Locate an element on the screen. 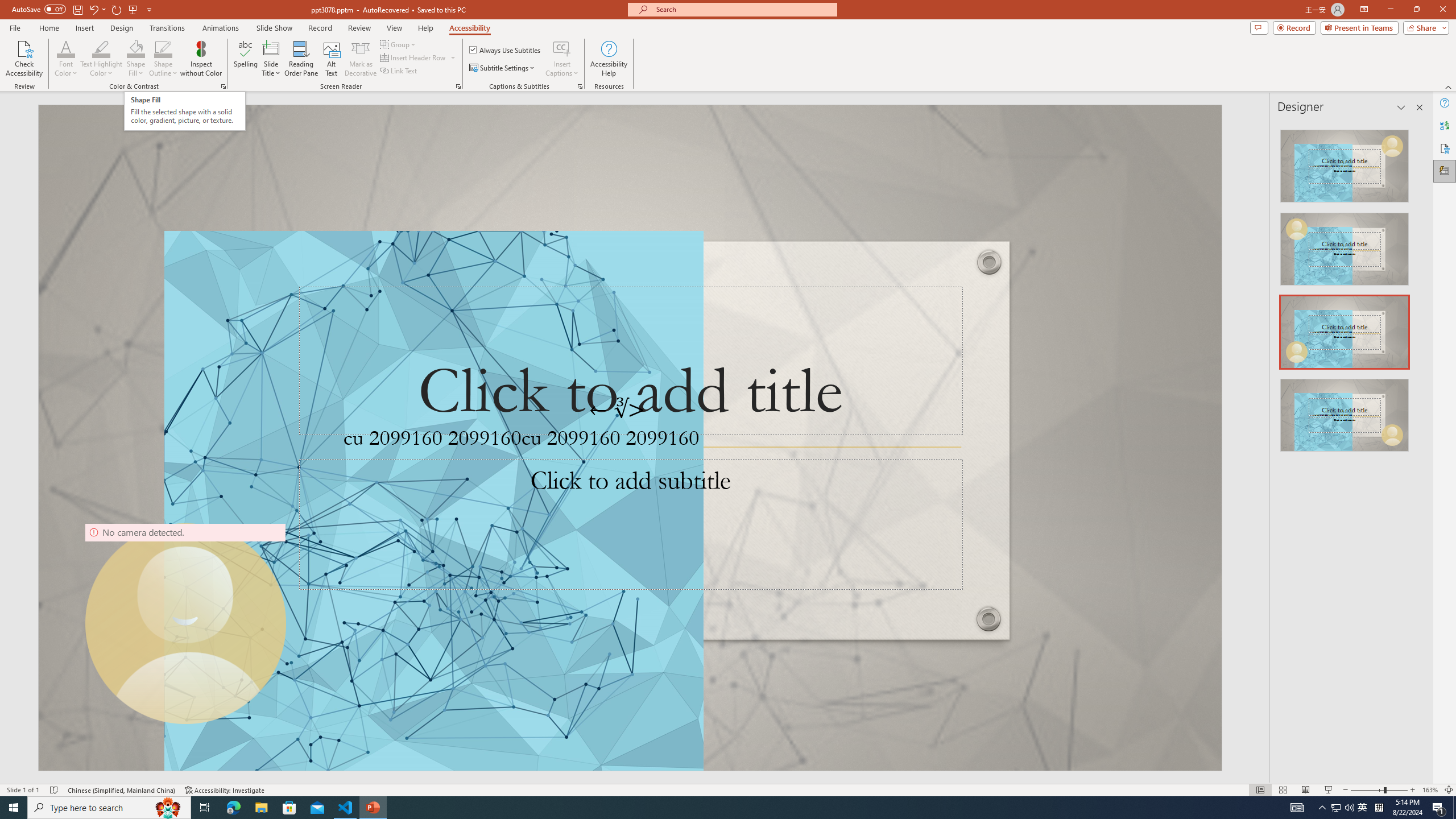 This screenshot has height=819, width=1456. 'Title TextBox' is located at coordinates (630, 360).